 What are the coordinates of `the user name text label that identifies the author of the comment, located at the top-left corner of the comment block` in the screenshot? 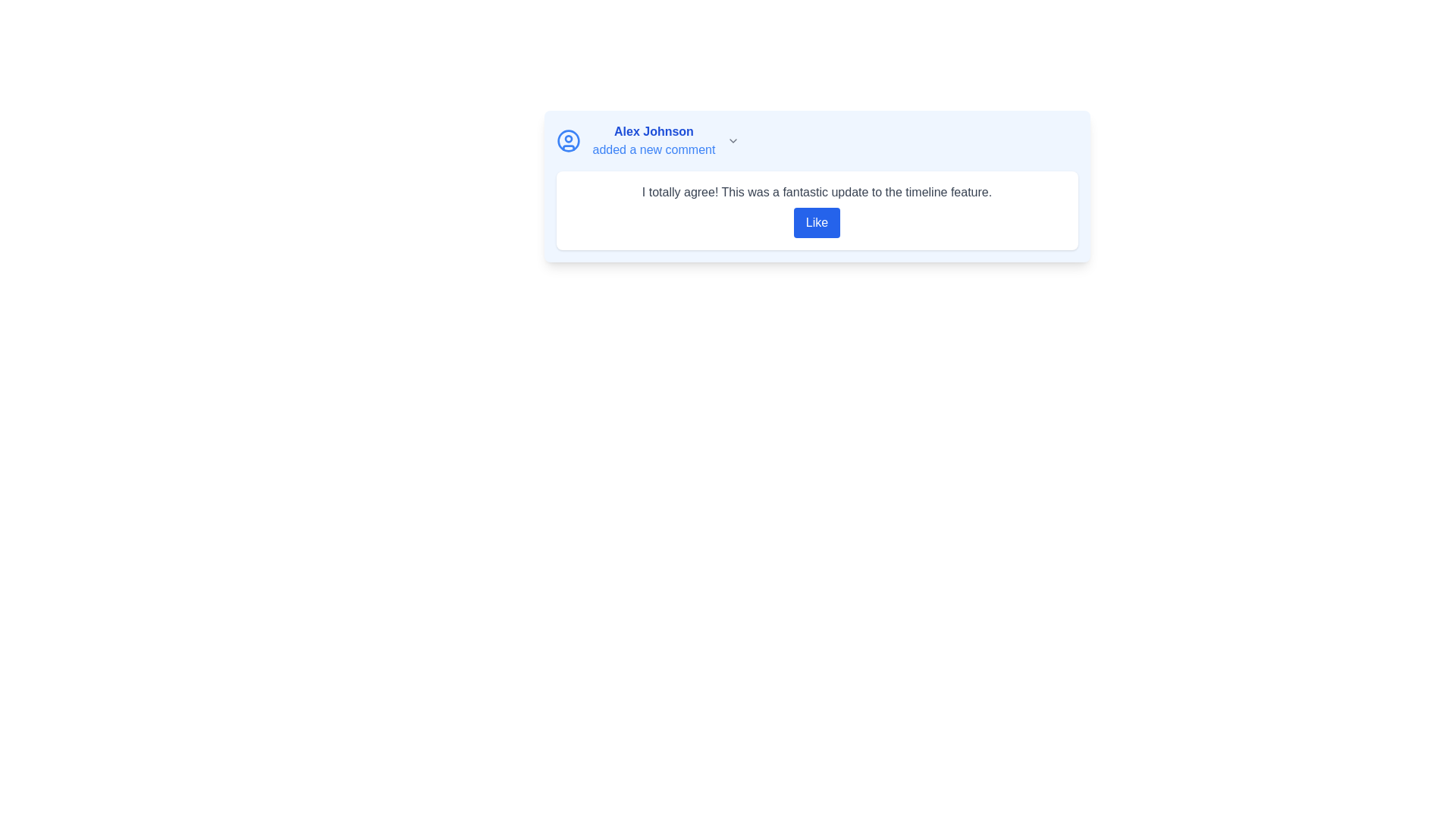 It's located at (654, 130).